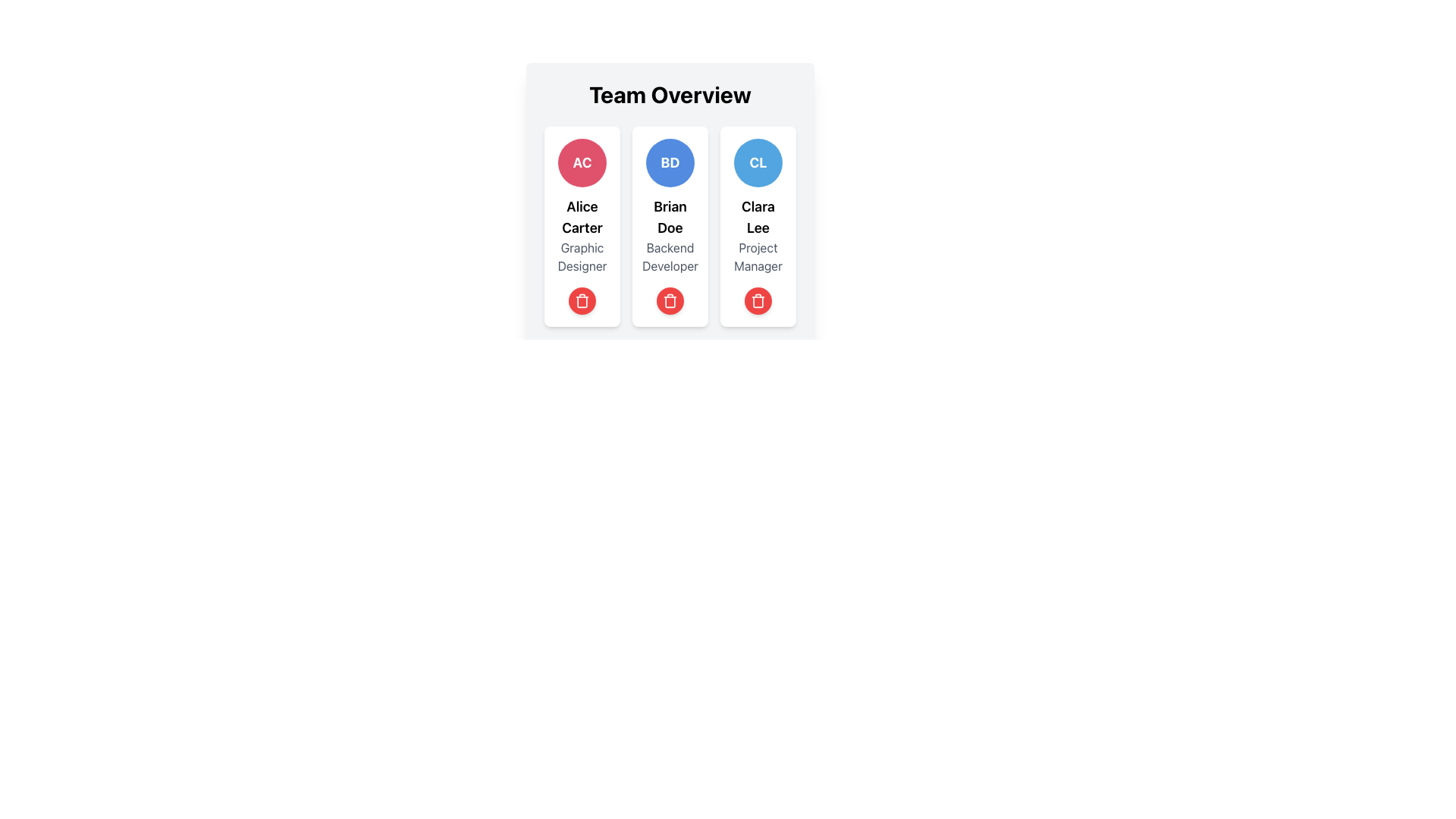 Image resolution: width=1456 pixels, height=819 pixels. I want to click on the deletion button located at the bottom center of the middle profile card under 'Brian Doe' to trigger the hover effects, so click(669, 301).